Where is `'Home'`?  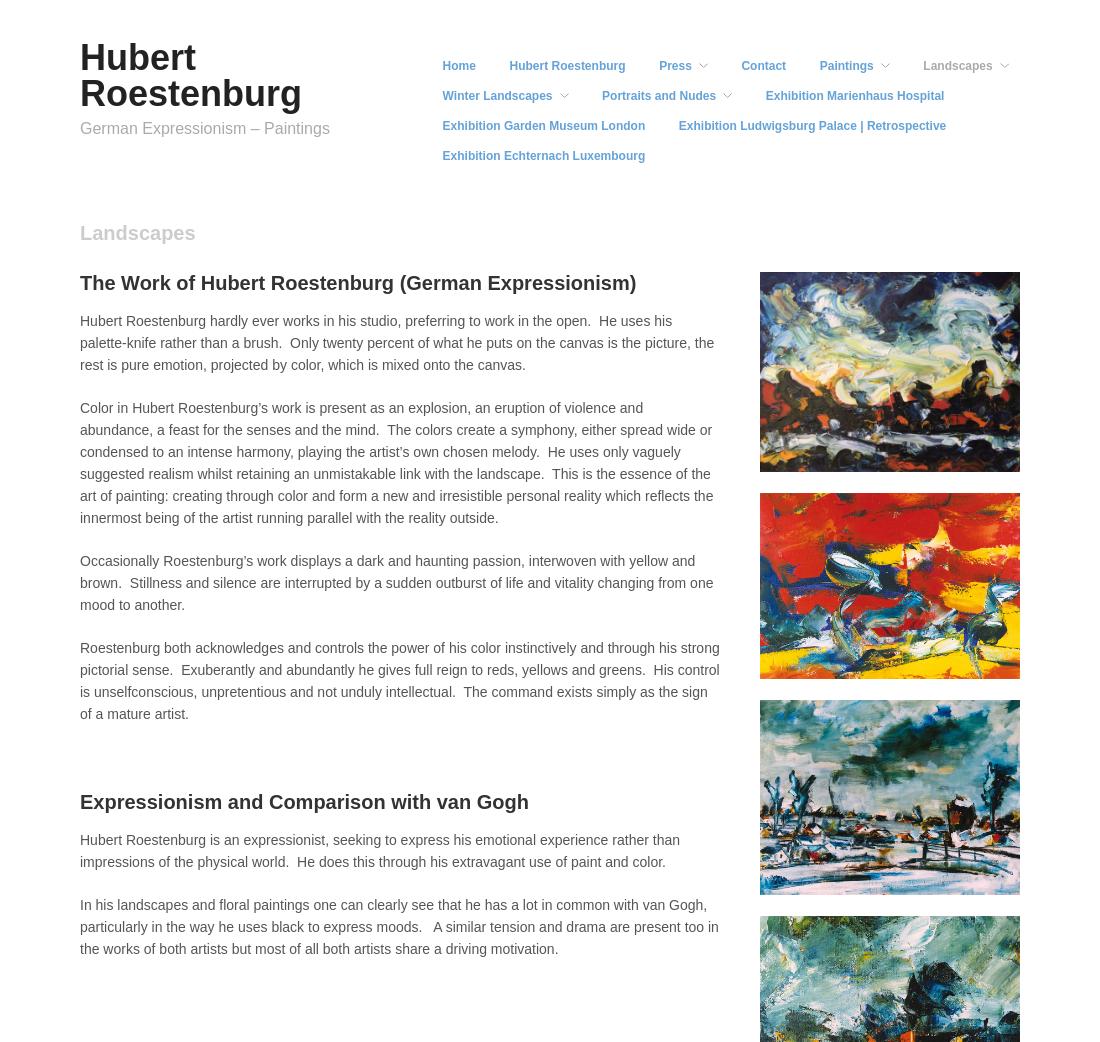
'Home' is located at coordinates (457, 64).